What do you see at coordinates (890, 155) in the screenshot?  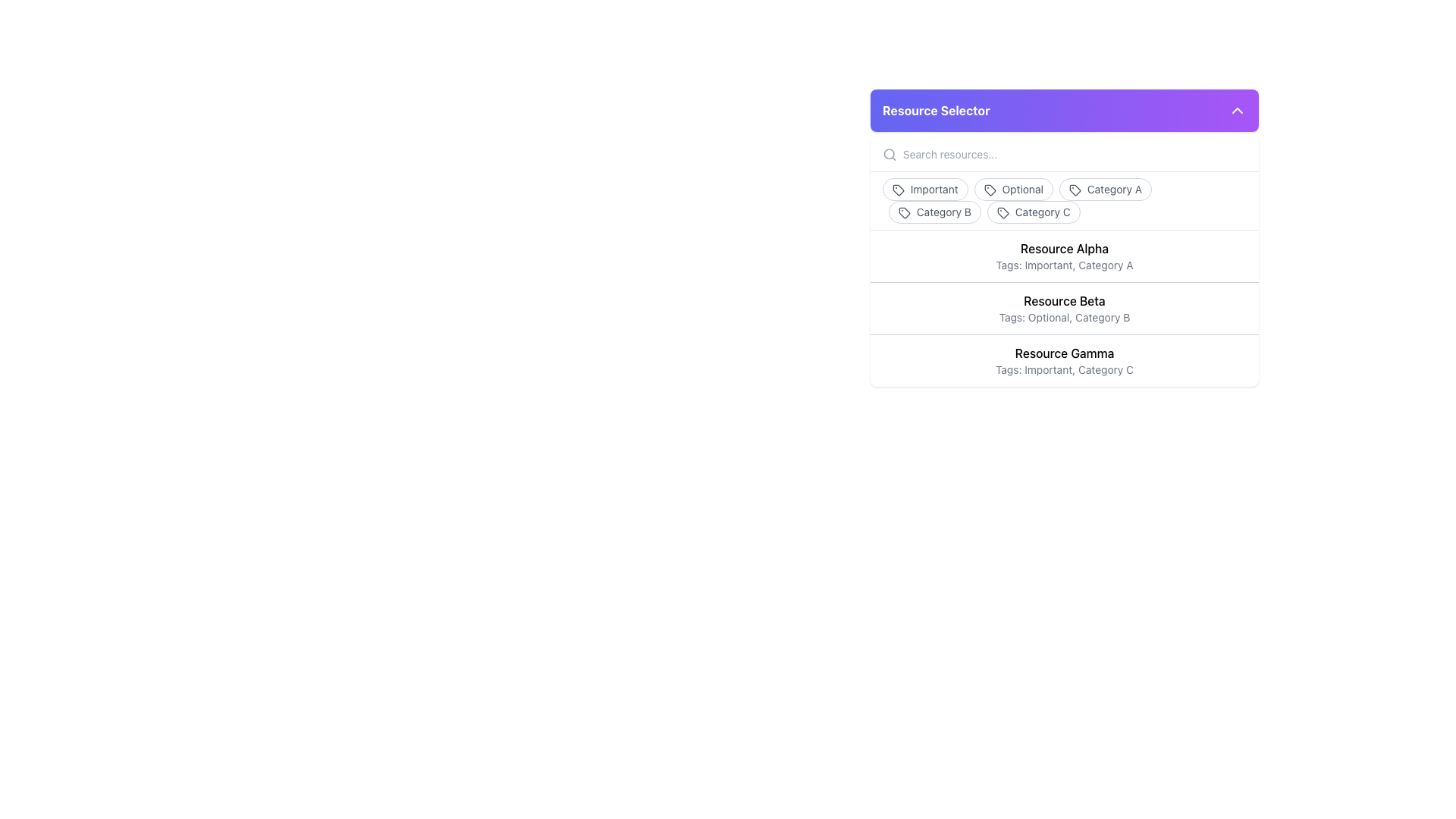 I see `the gray magnifying glass icon located at the left side of the search input field with the placeholder text 'Search resources...'` at bounding box center [890, 155].